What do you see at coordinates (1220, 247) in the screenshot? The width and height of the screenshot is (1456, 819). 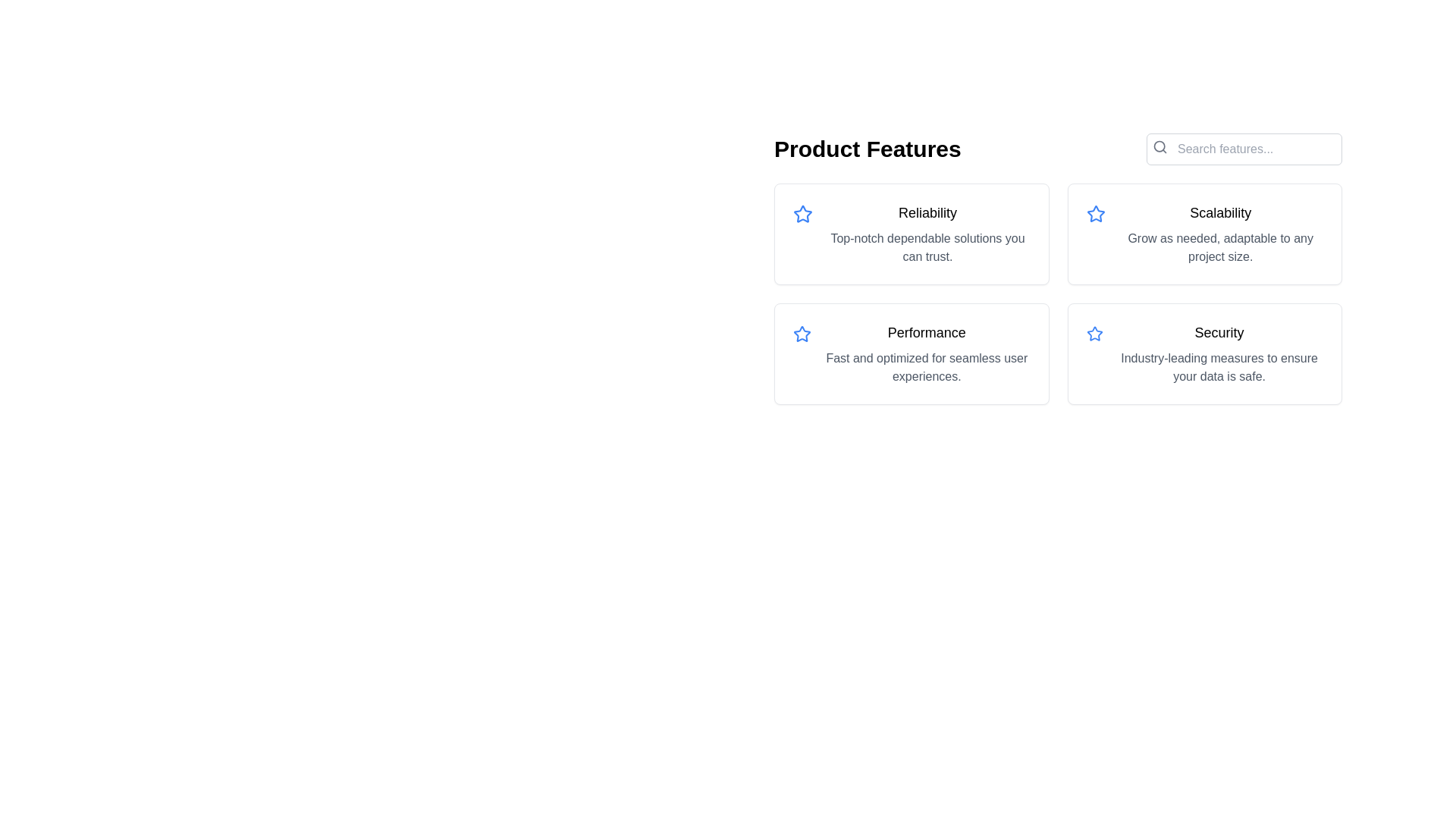 I see `descriptive text block located below the title 'Scalability' in the top-right corner of the feature description card for the 'Scalability' feature` at bounding box center [1220, 247].